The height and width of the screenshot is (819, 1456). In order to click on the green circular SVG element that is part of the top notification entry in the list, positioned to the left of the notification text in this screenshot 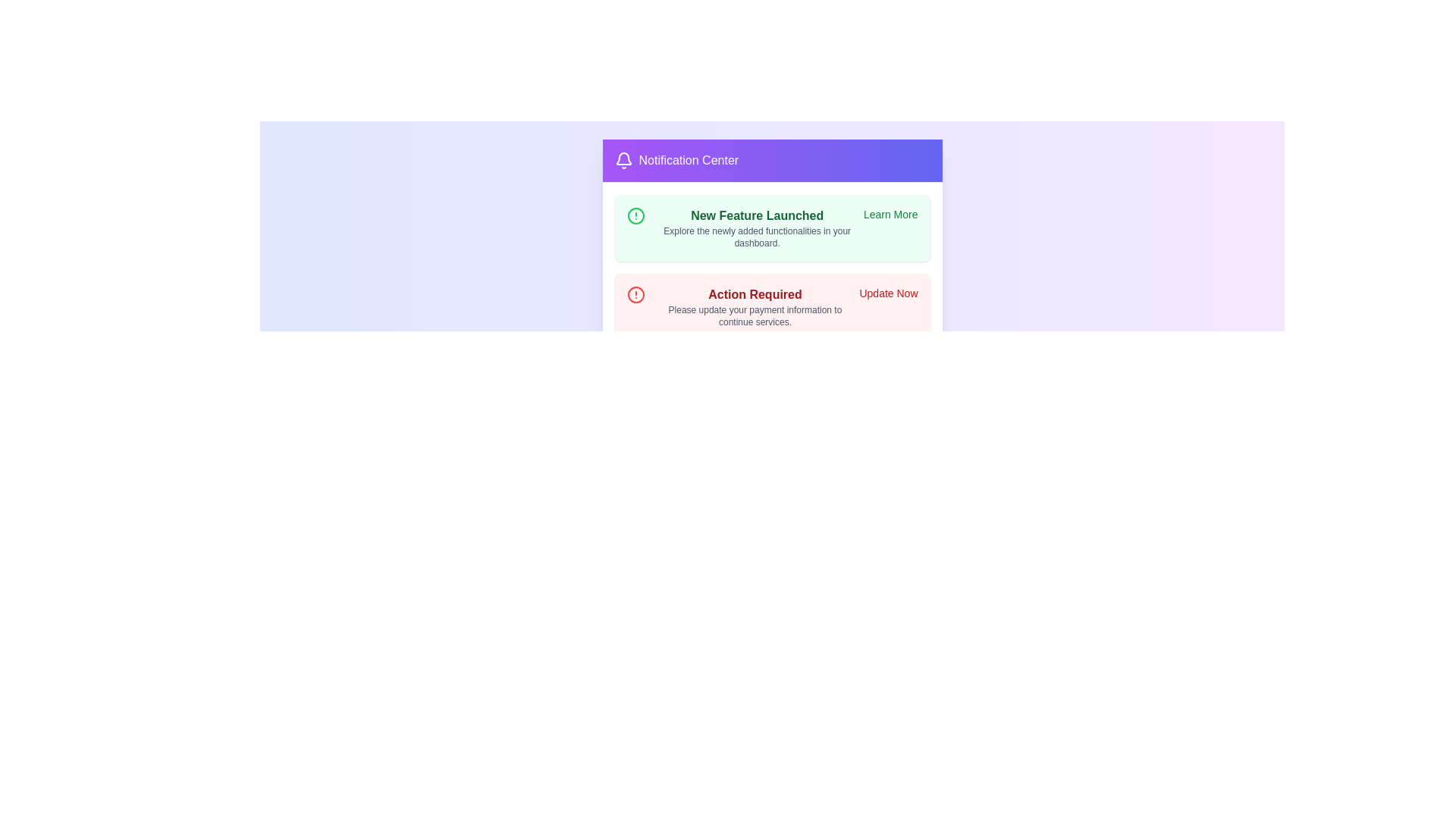, I will do `click(635, 216)`.